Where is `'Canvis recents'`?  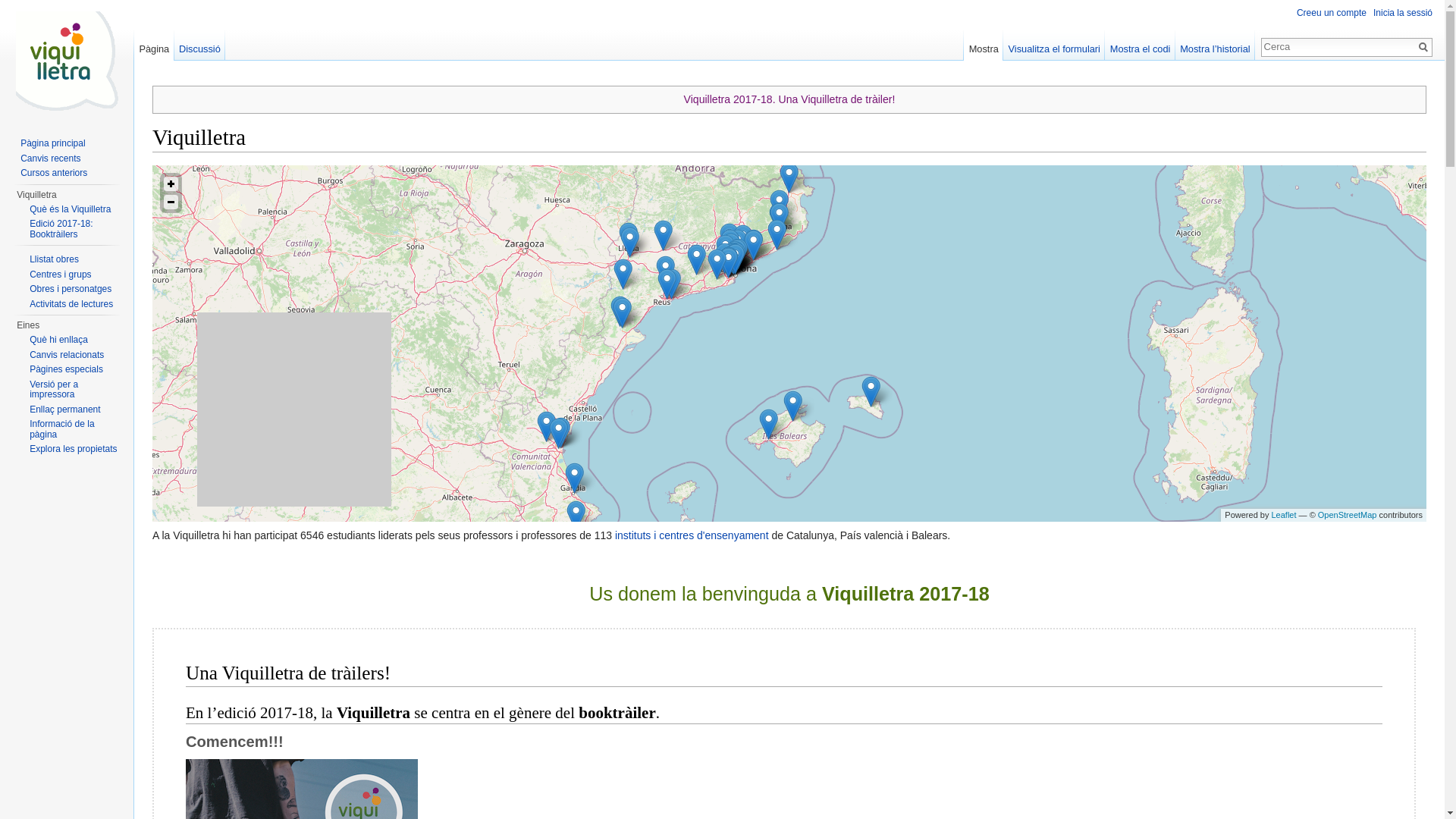 'Canvis recents' is located at coordinates (20, 158).